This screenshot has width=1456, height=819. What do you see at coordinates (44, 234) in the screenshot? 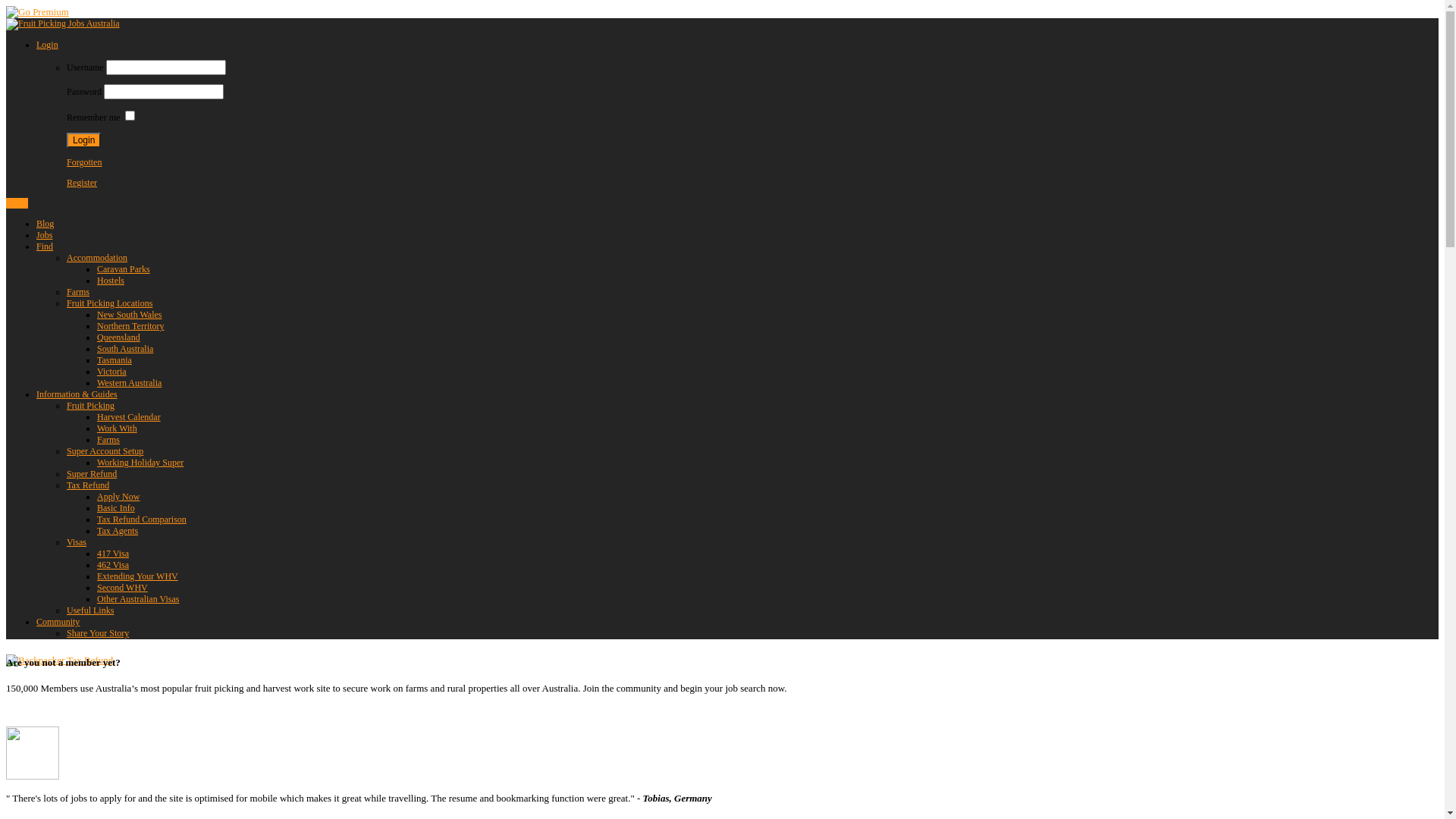
I see `'Jobs'` at bounding box center [44, 234].